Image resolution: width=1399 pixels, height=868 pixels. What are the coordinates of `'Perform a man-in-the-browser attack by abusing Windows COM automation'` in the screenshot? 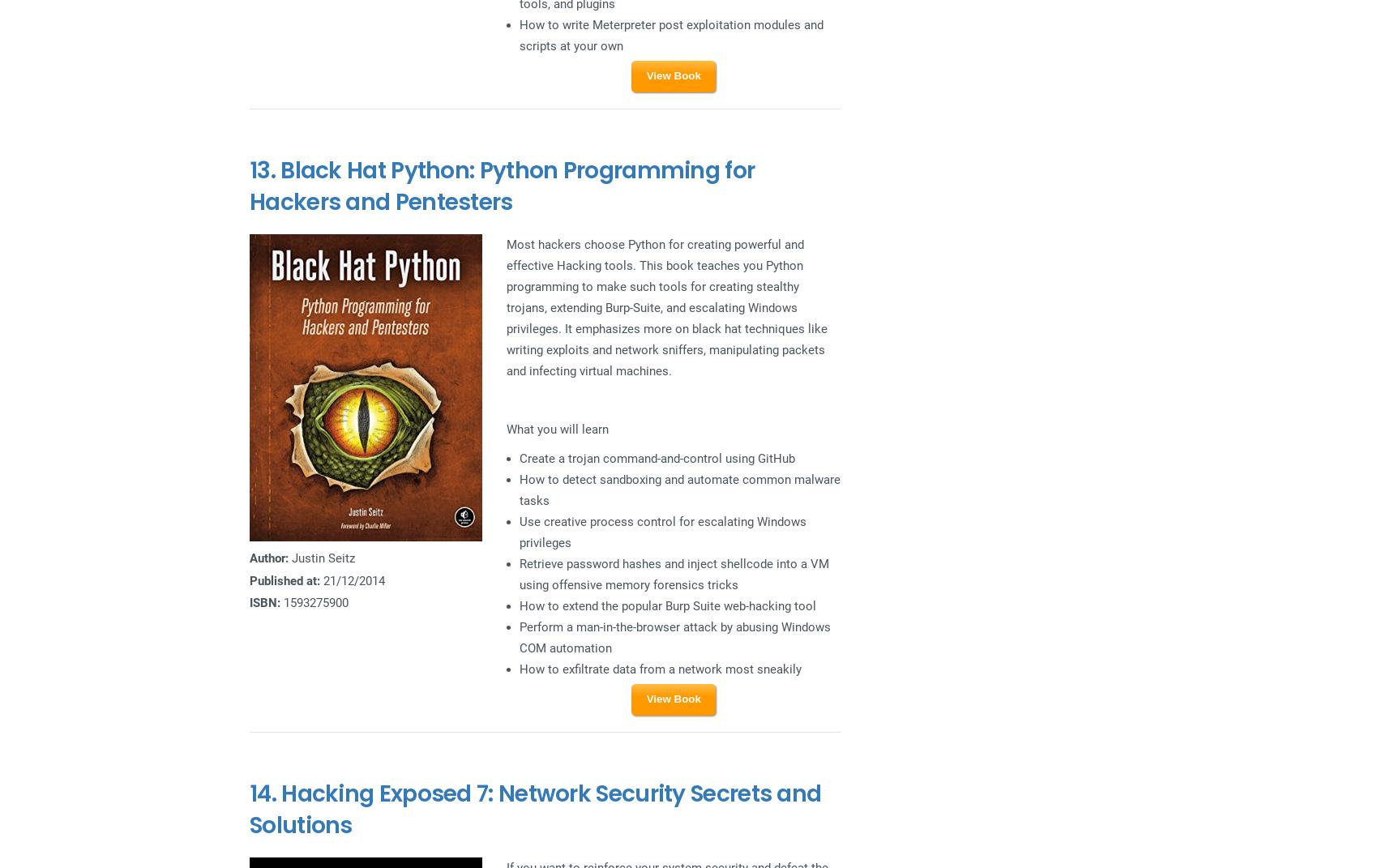 It's located at (518, 636).